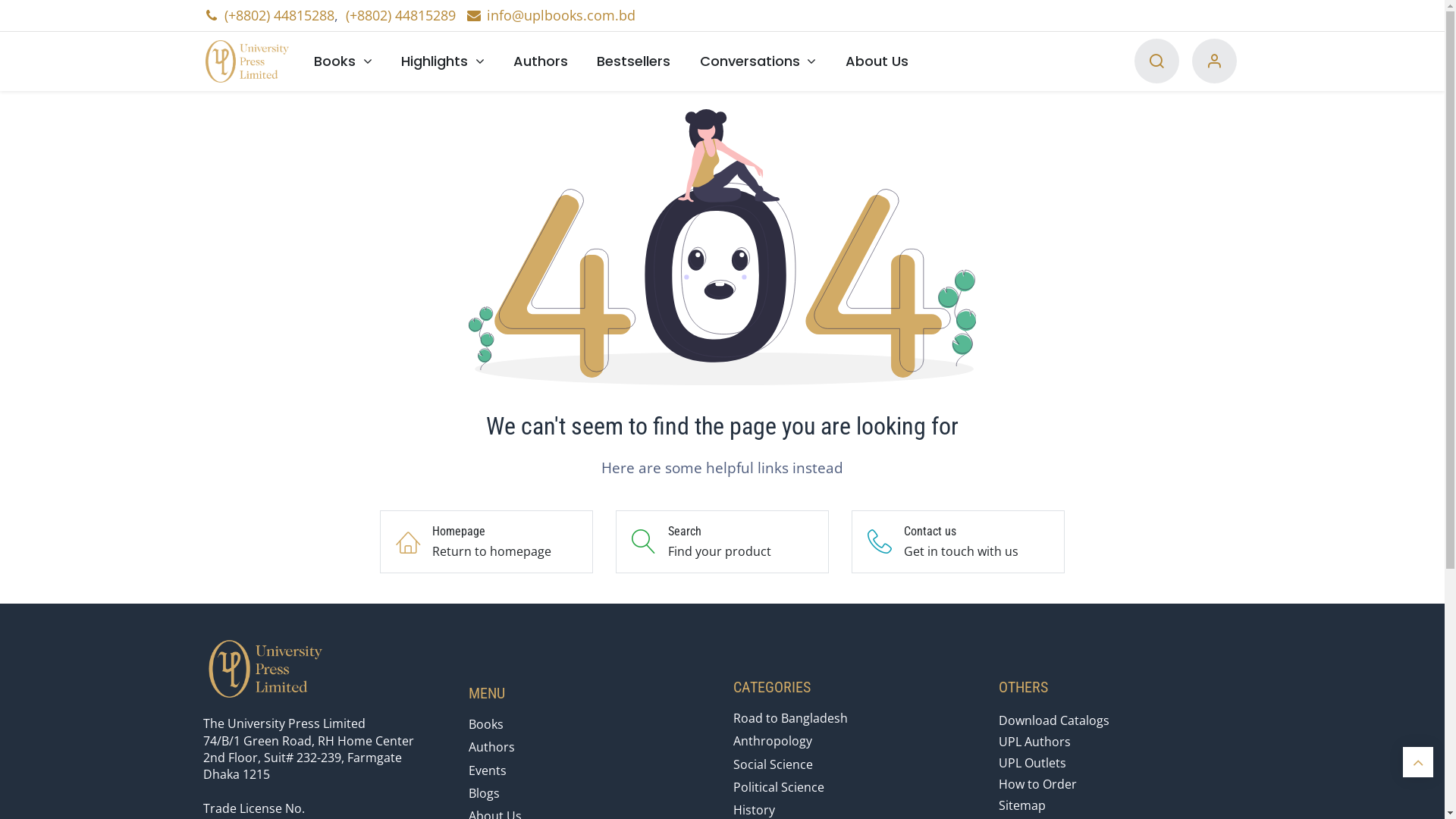  What do you see at coordinates (251, 61) in the screenshot?
I see `'The University Press Limited'` at bounding box center [251, 61].